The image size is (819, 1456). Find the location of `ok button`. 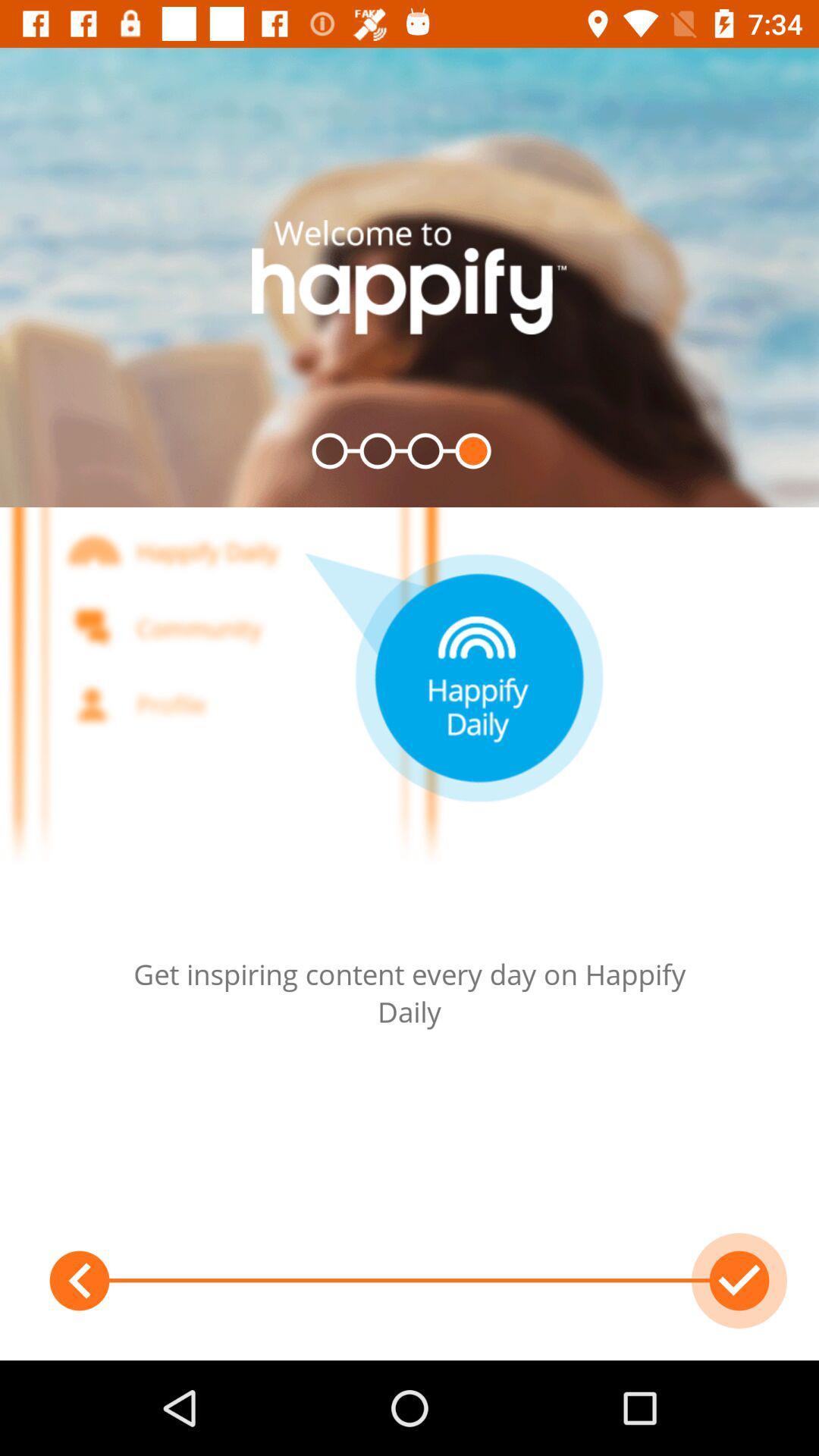

ok button is located at coordinates (739, 1280).